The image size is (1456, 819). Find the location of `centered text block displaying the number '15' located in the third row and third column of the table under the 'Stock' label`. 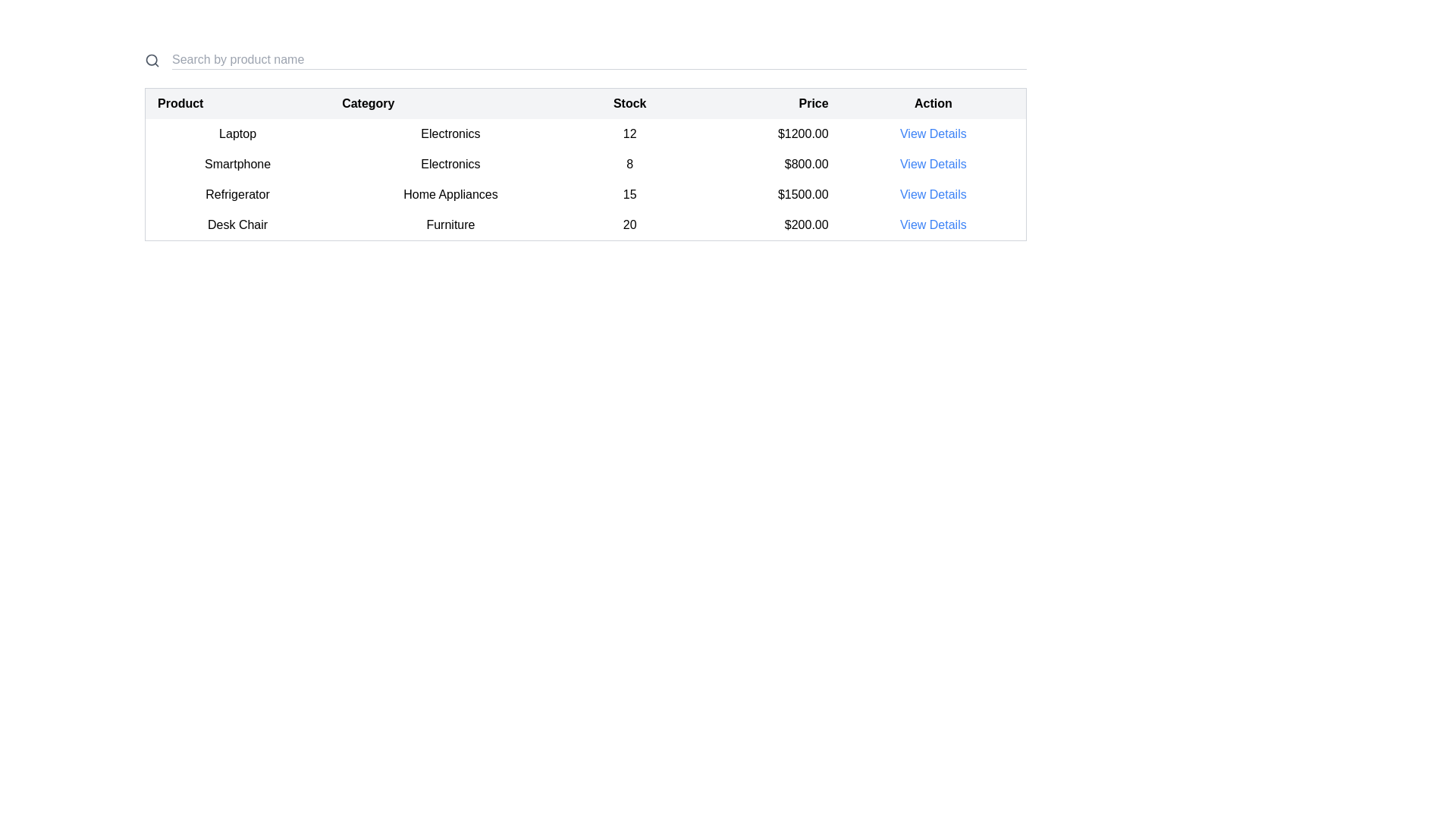

centered text block displaying the number '15' located in the third row and third column of the table under the 'Stock' label is located at coordinates (629, 194).